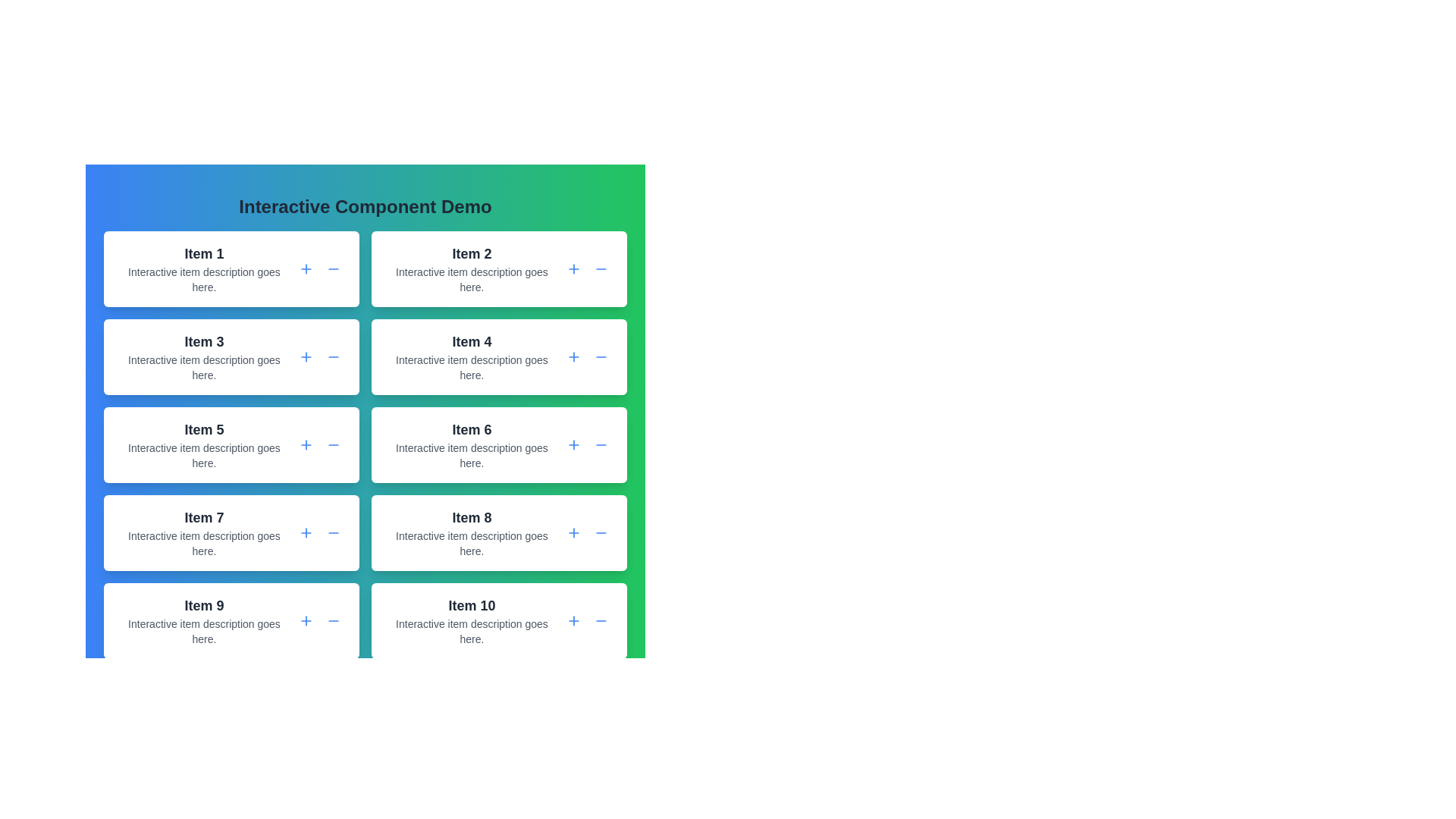 The image size is (1456, 819). Describe the element at coordinates (305, 444) in the screenshot. I see `the plus icon button located within the blue circular button on the right side of the row labeled 'Item 5', which is to the left of the minus icon` at that location.